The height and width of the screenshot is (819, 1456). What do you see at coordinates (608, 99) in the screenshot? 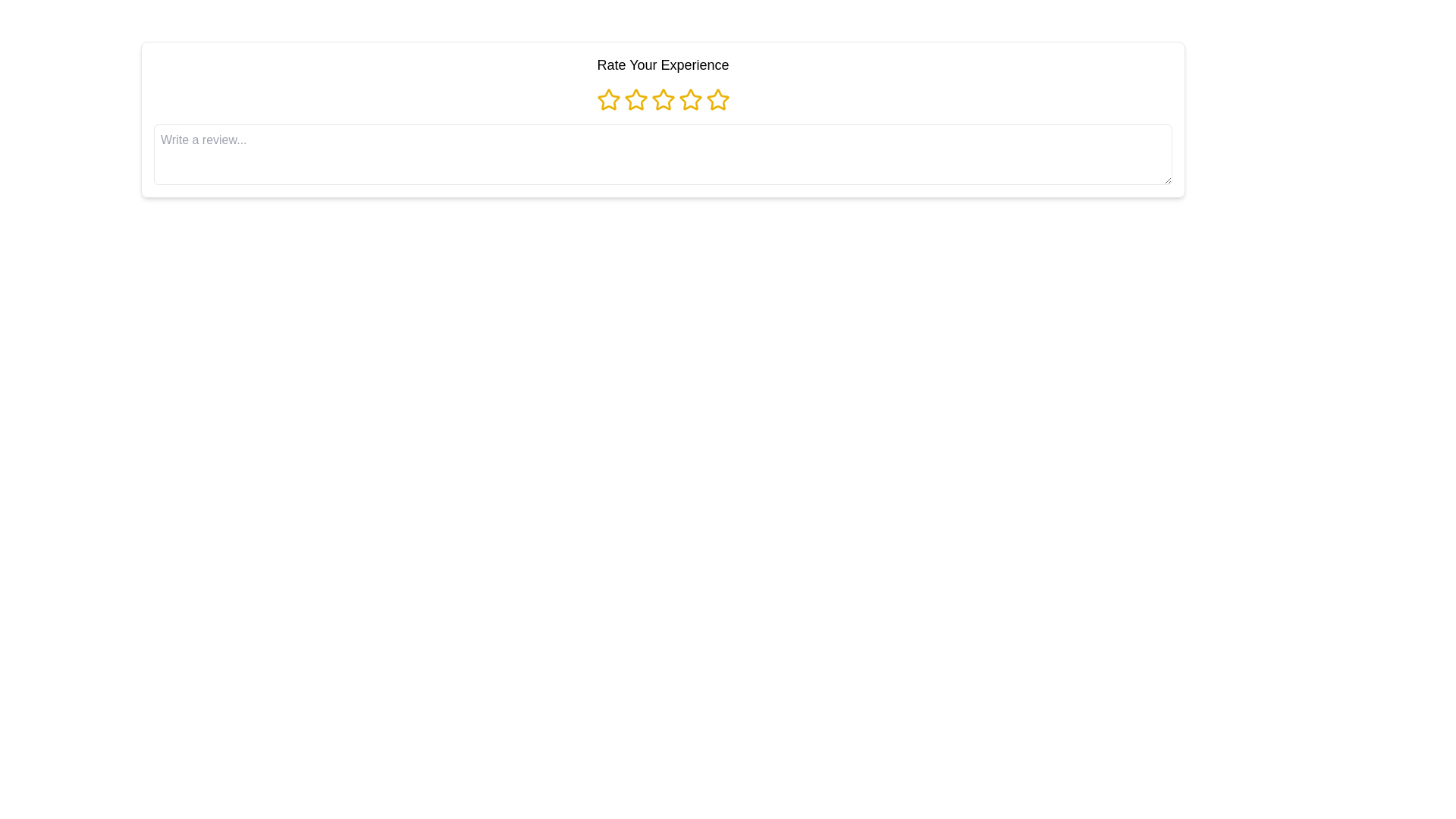
I see `the first rating star icon, which is part of a five-star rating system under the 'Rate Your Experience' label, to provide visual feedback` at bounding box center [608, 99].